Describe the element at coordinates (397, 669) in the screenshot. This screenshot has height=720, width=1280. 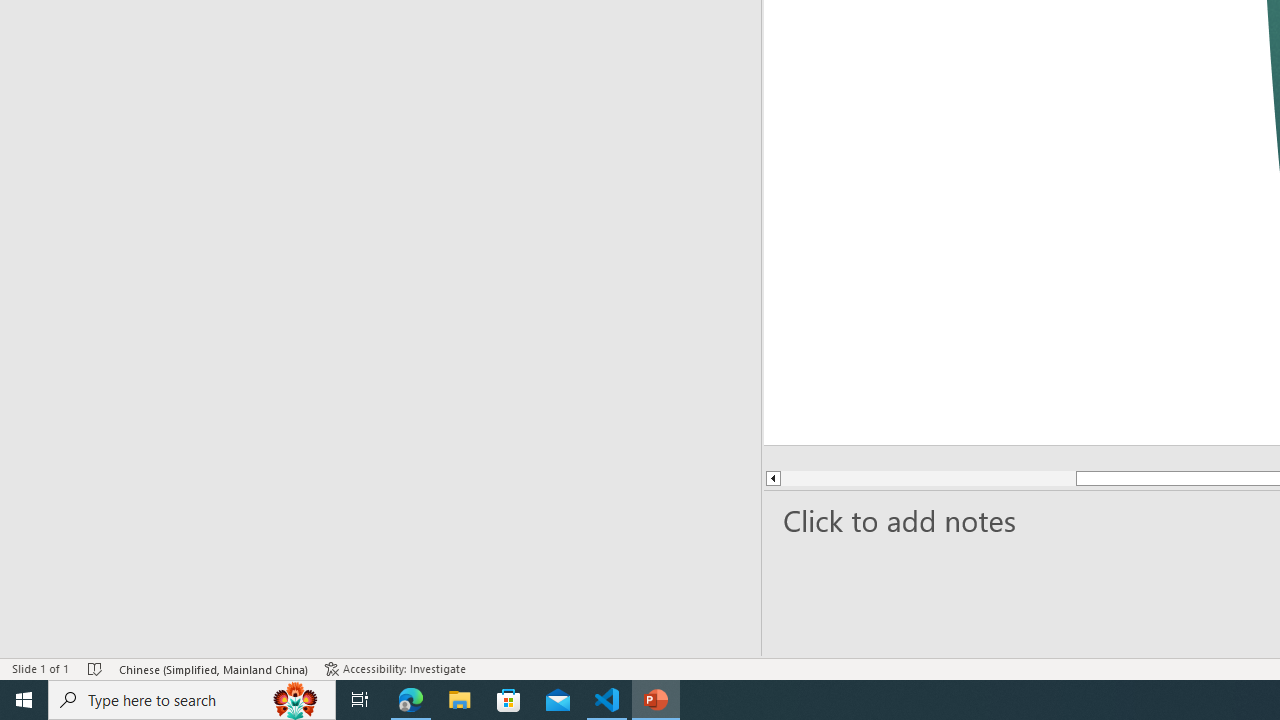
I see `'Accessibility Checker Accessibility: Investigate'` at that location.